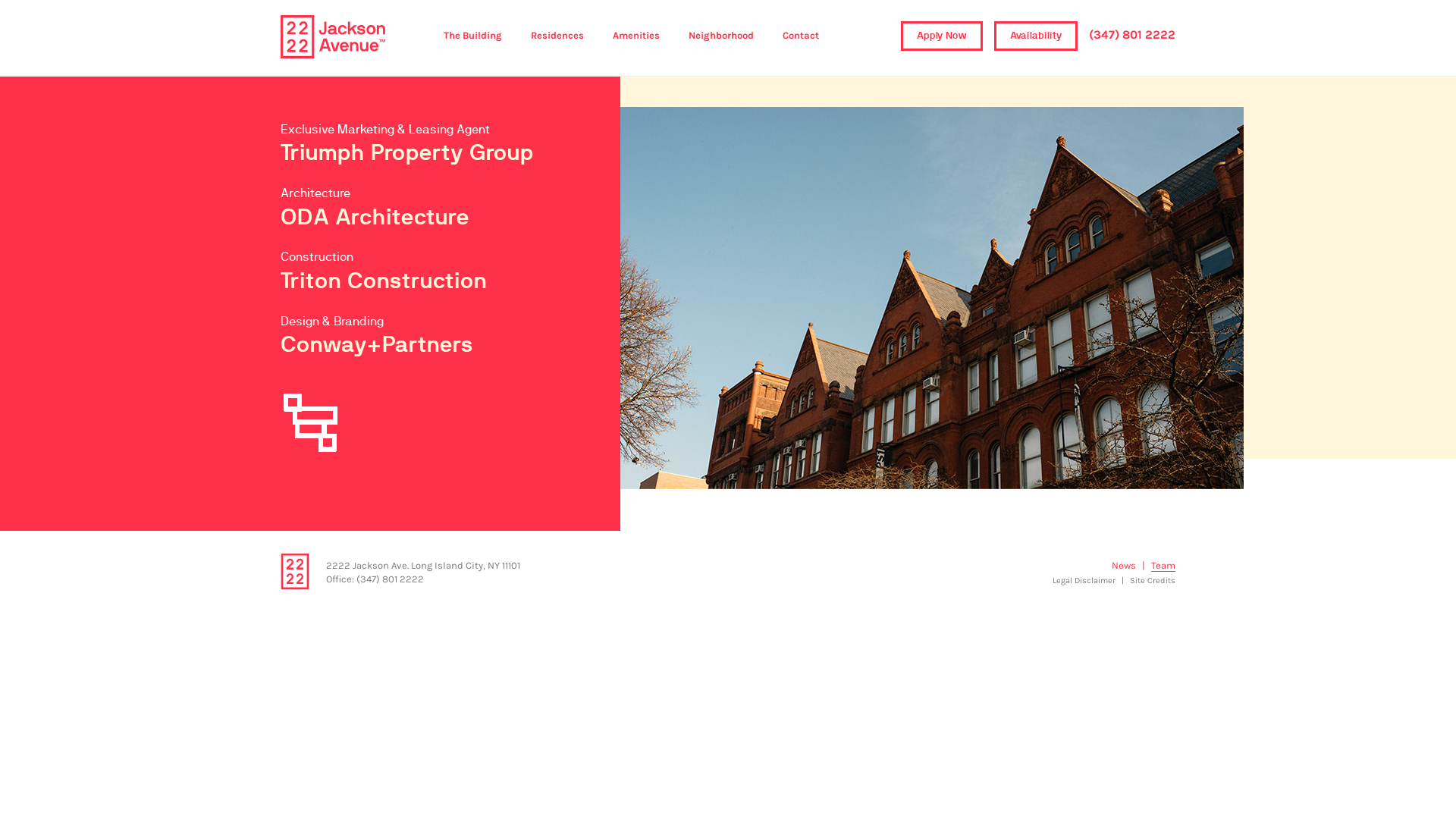  Describe the element at coordinates (375, 579) in the screenshot. I see `'Office: (347) 801 2222'` at that location.